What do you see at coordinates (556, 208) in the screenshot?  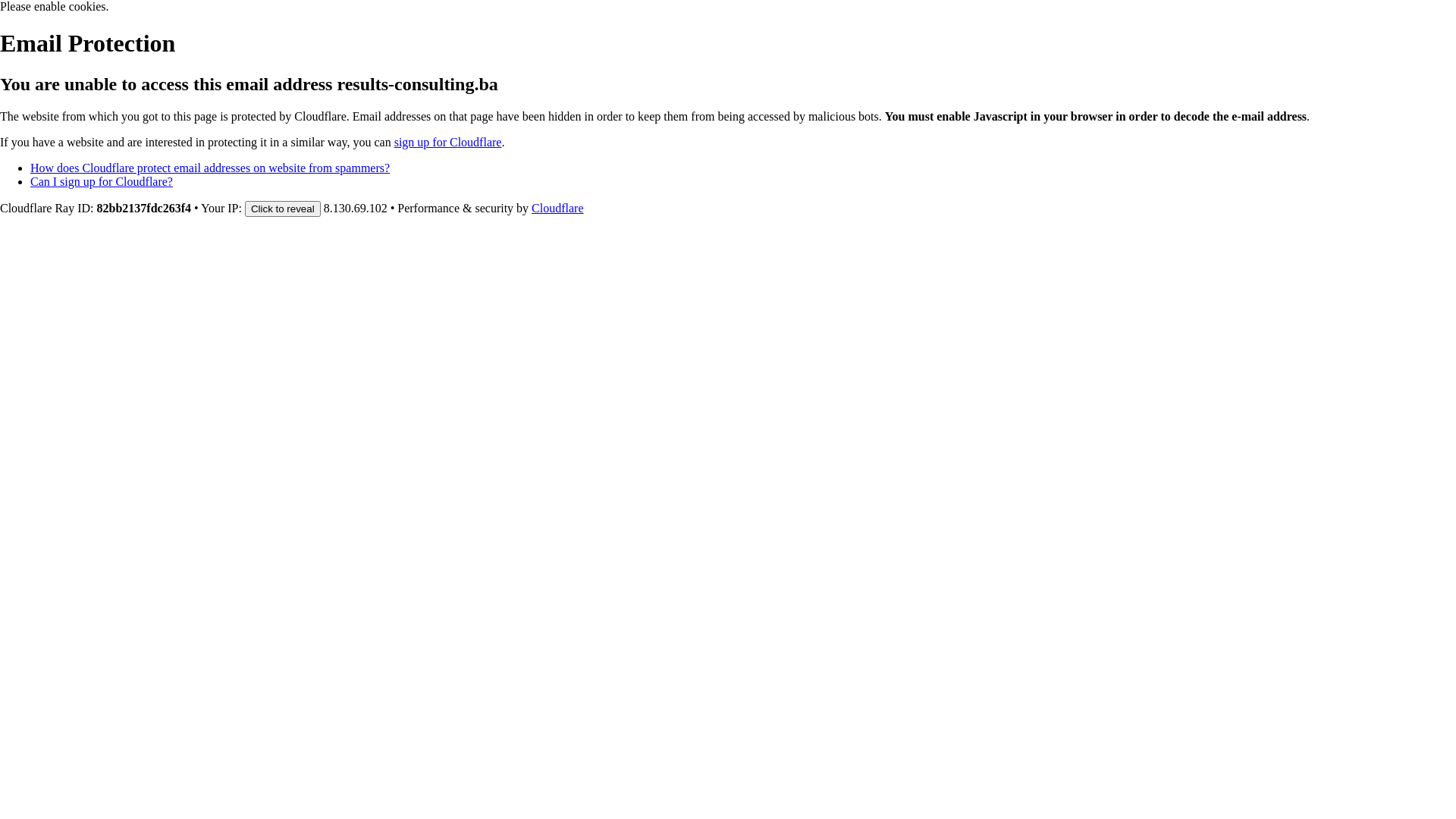 I see `'Cloudflare'` at bounding box center [556, 208].